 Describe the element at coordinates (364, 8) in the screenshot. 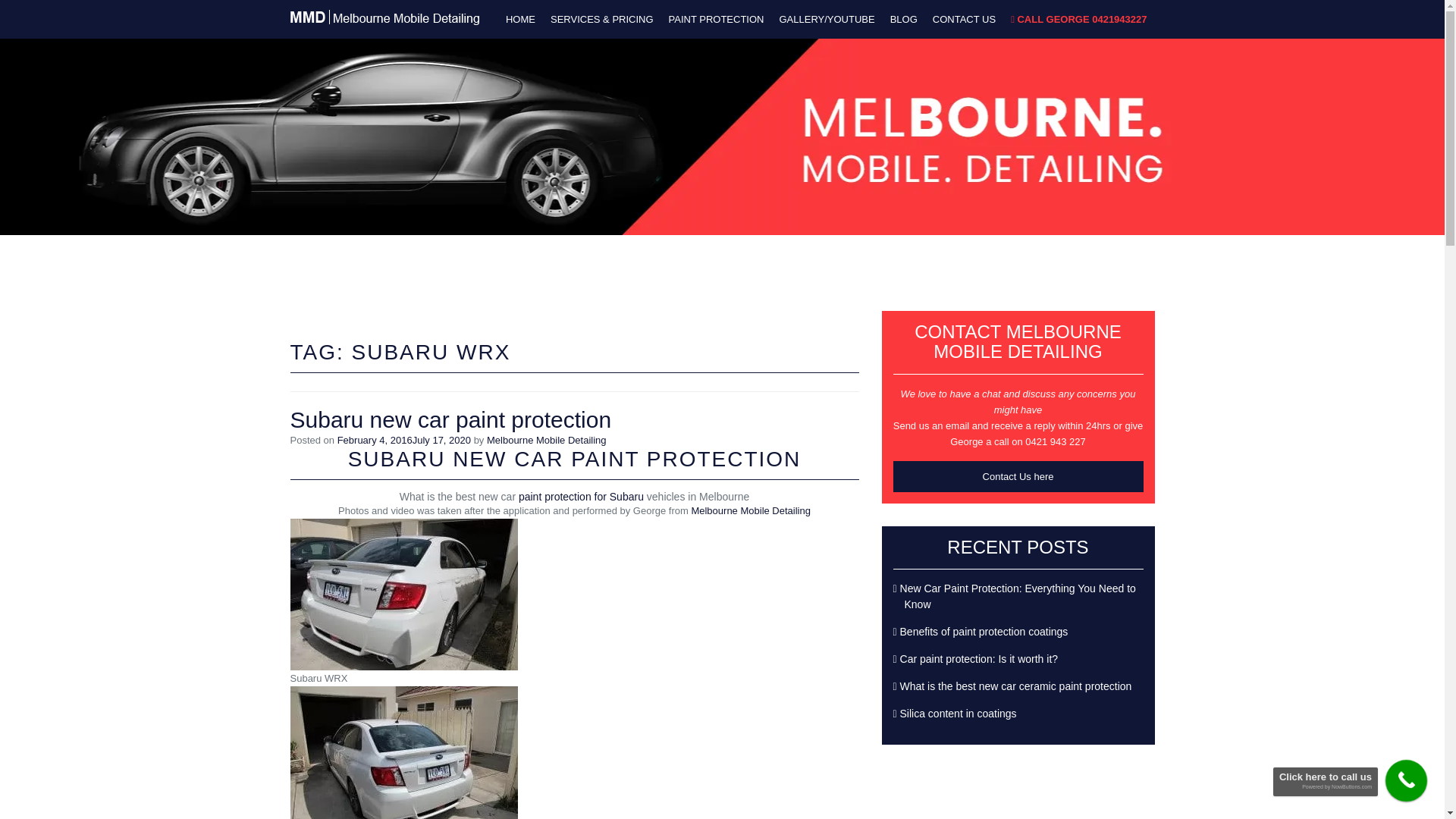

I see `'Best paint protection in Melbourne'` at that location.